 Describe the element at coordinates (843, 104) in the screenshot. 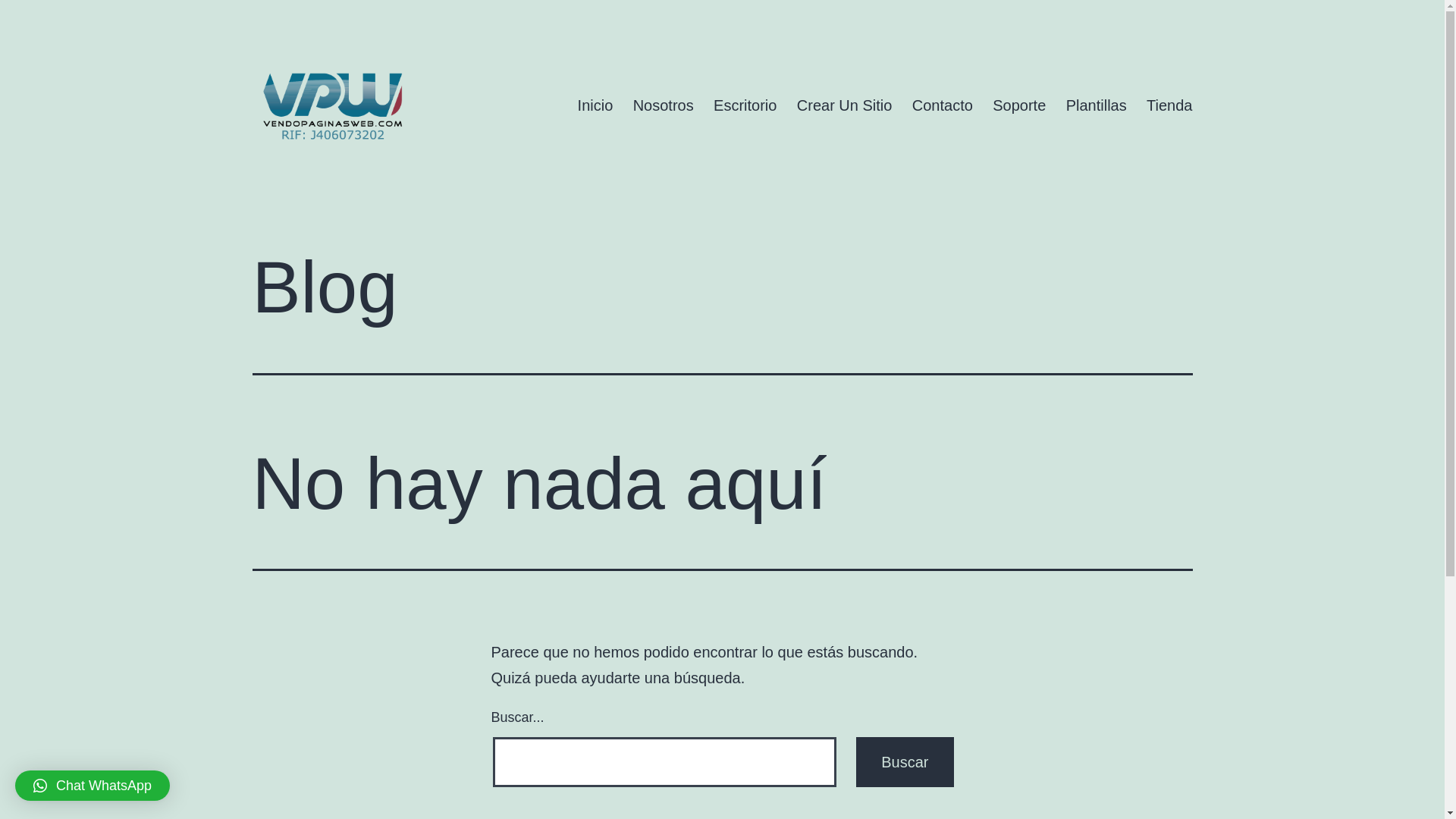

I see `'Crear Un Sitio'` at that location.